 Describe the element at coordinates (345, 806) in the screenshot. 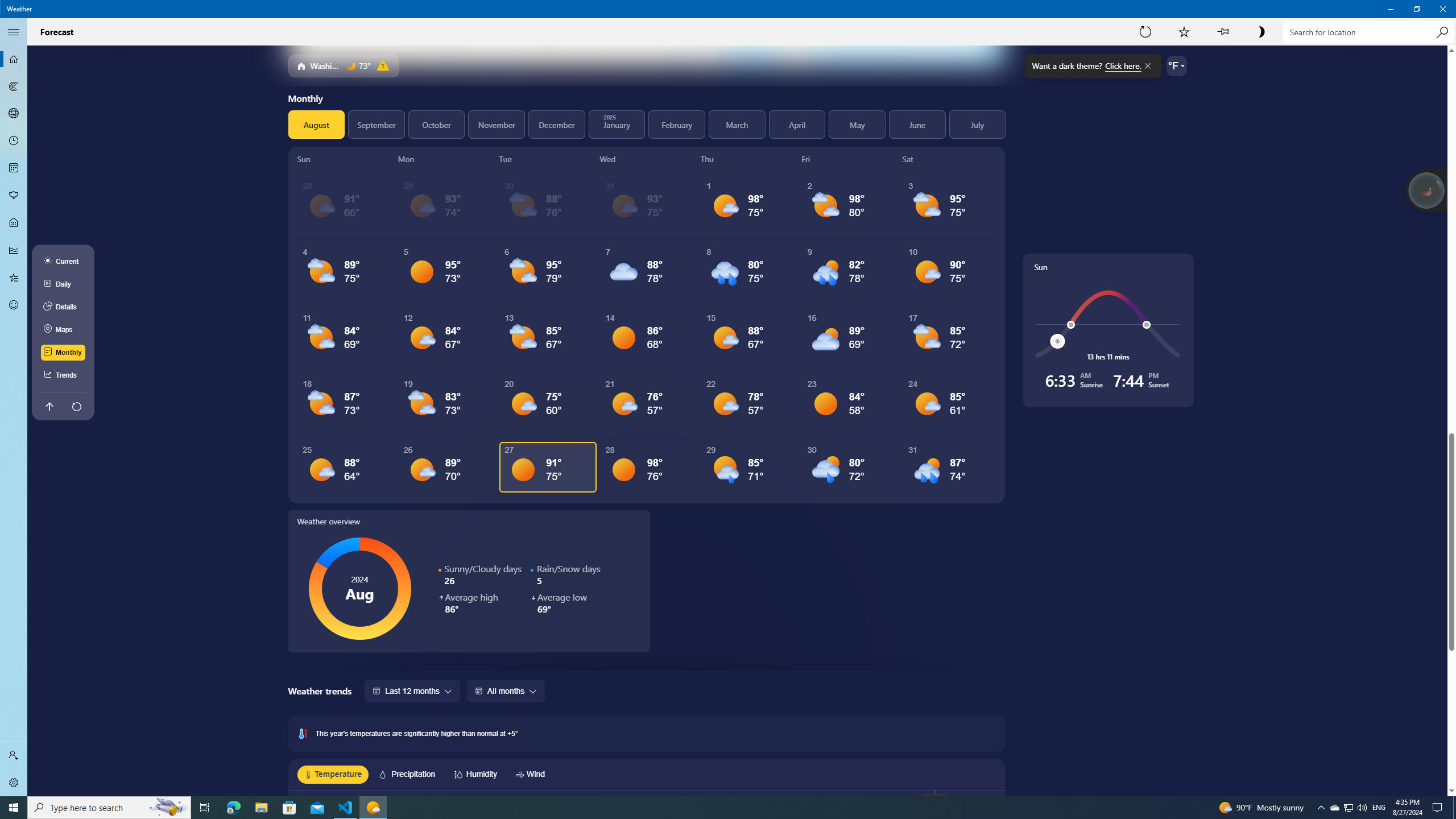

I see `'Visual Studio Code - 1 running window'` at that location.